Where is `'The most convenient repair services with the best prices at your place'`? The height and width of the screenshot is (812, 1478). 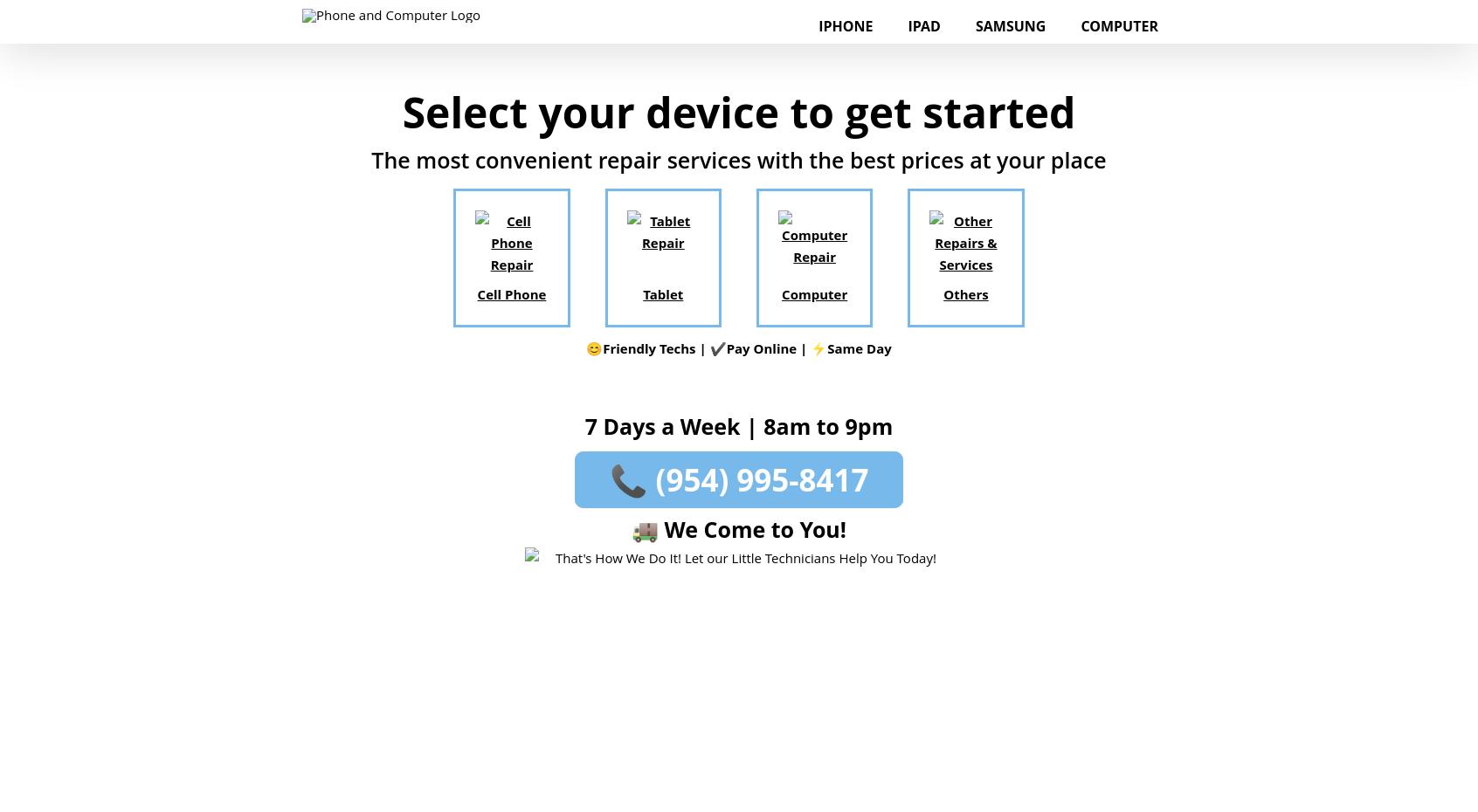
'The most convenient repair services with the best prices at your place' is located at coordinates (738, 159).